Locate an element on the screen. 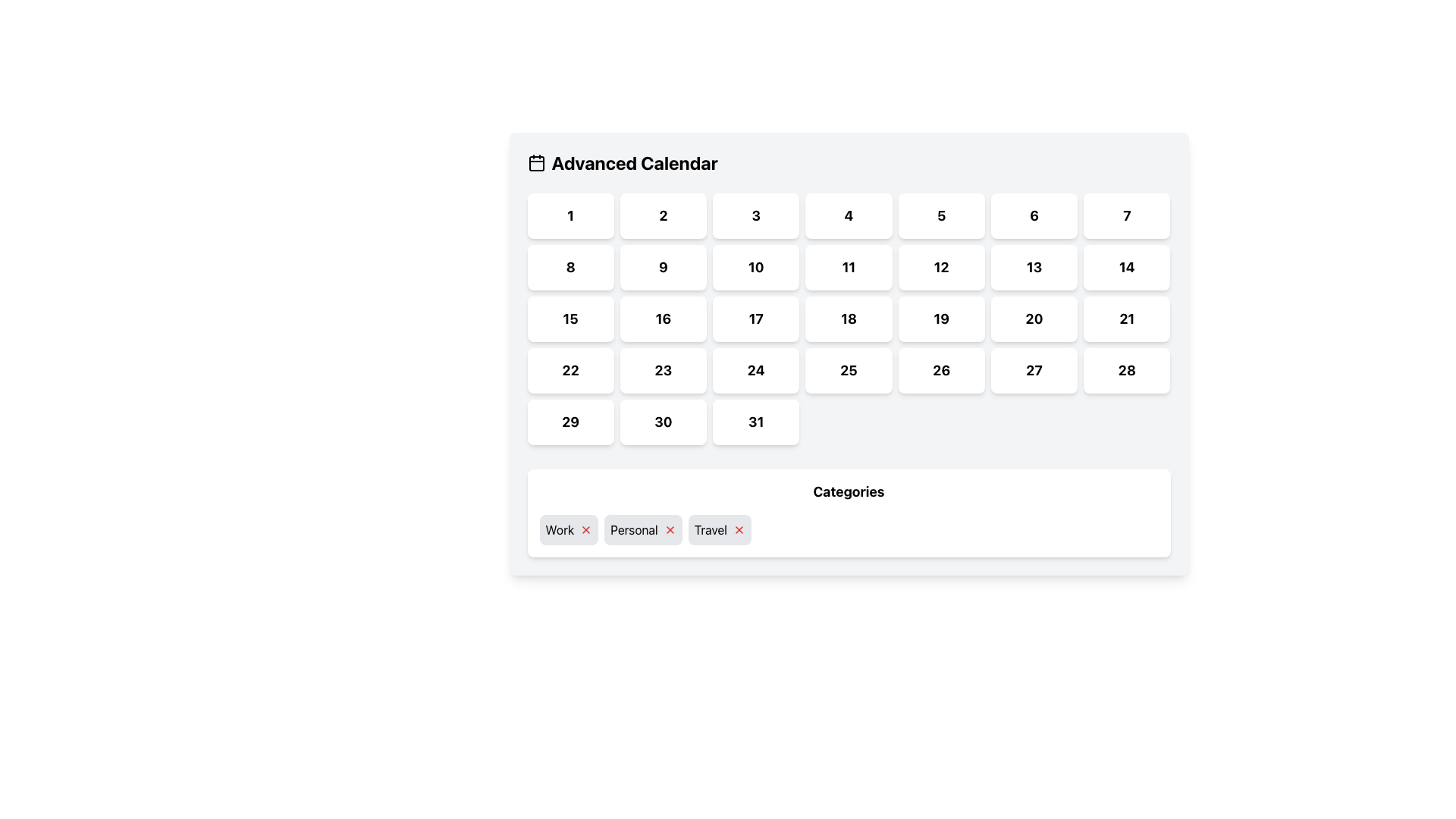 This screenshot has height=819, width=1456. the bold, large text displaying the number '16' is located at coordinates (663, 318).